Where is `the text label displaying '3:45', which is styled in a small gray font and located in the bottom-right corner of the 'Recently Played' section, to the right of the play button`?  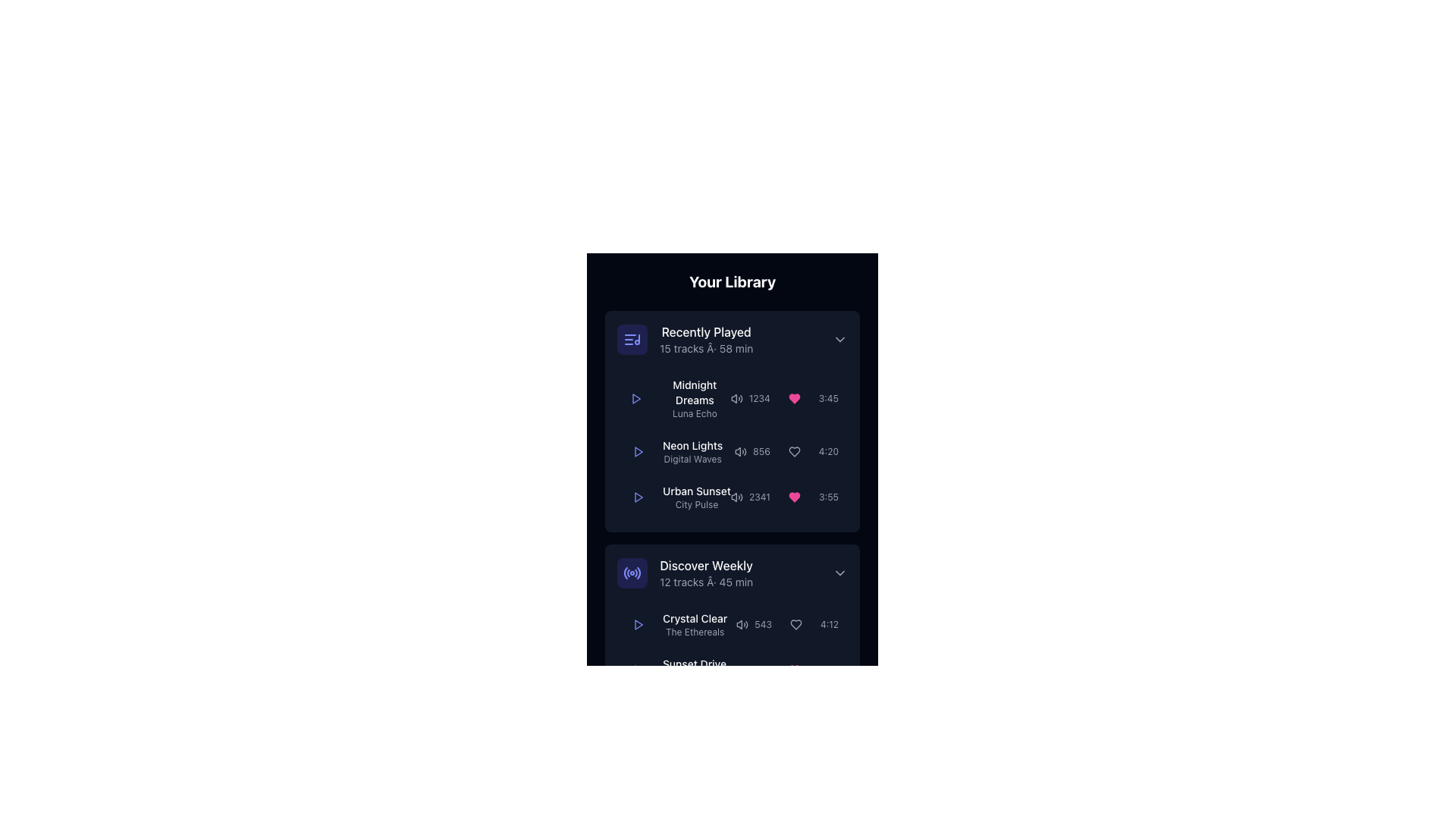 the text label displaying '3:45', which is styled in a small gray font and located in the bottom-right corner of the 'Recently Played' section, to the right of the play button is located at coordinates (827, 397).